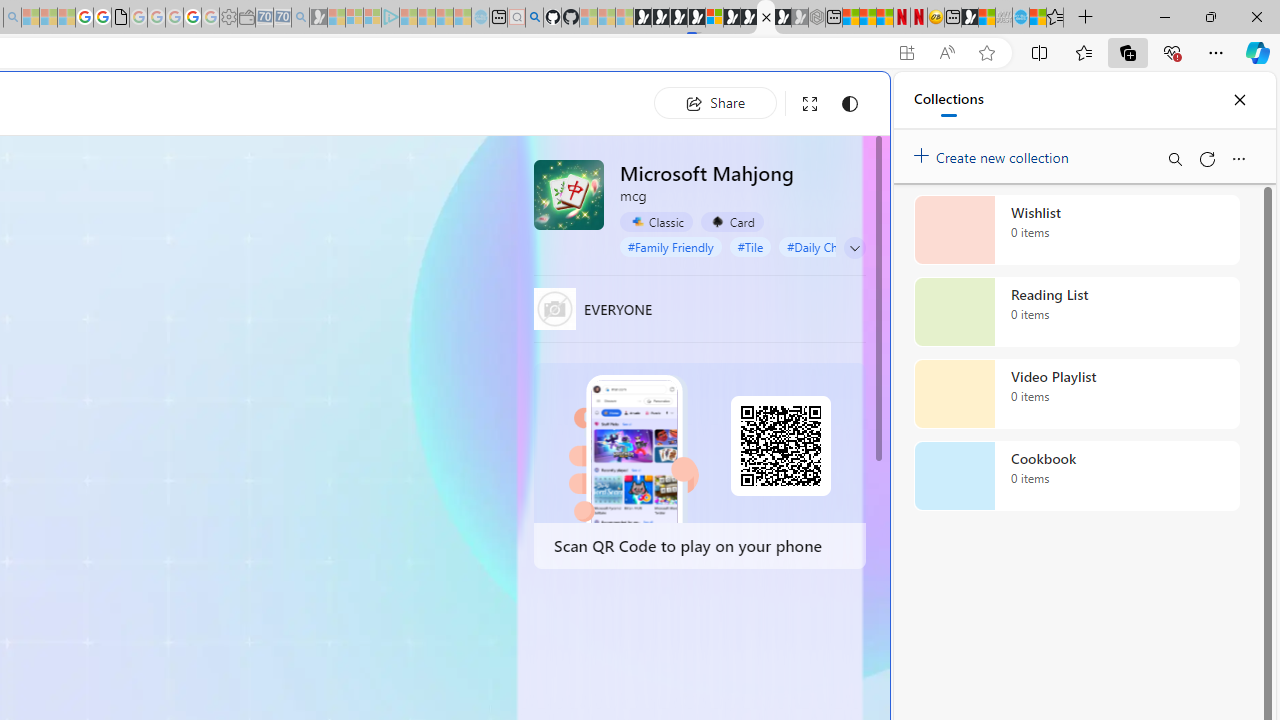 The image size is (1280, 720). Describe the element at coordinates (670, 245) in the screenshot. I see `'#Family Friendly'` at that location.